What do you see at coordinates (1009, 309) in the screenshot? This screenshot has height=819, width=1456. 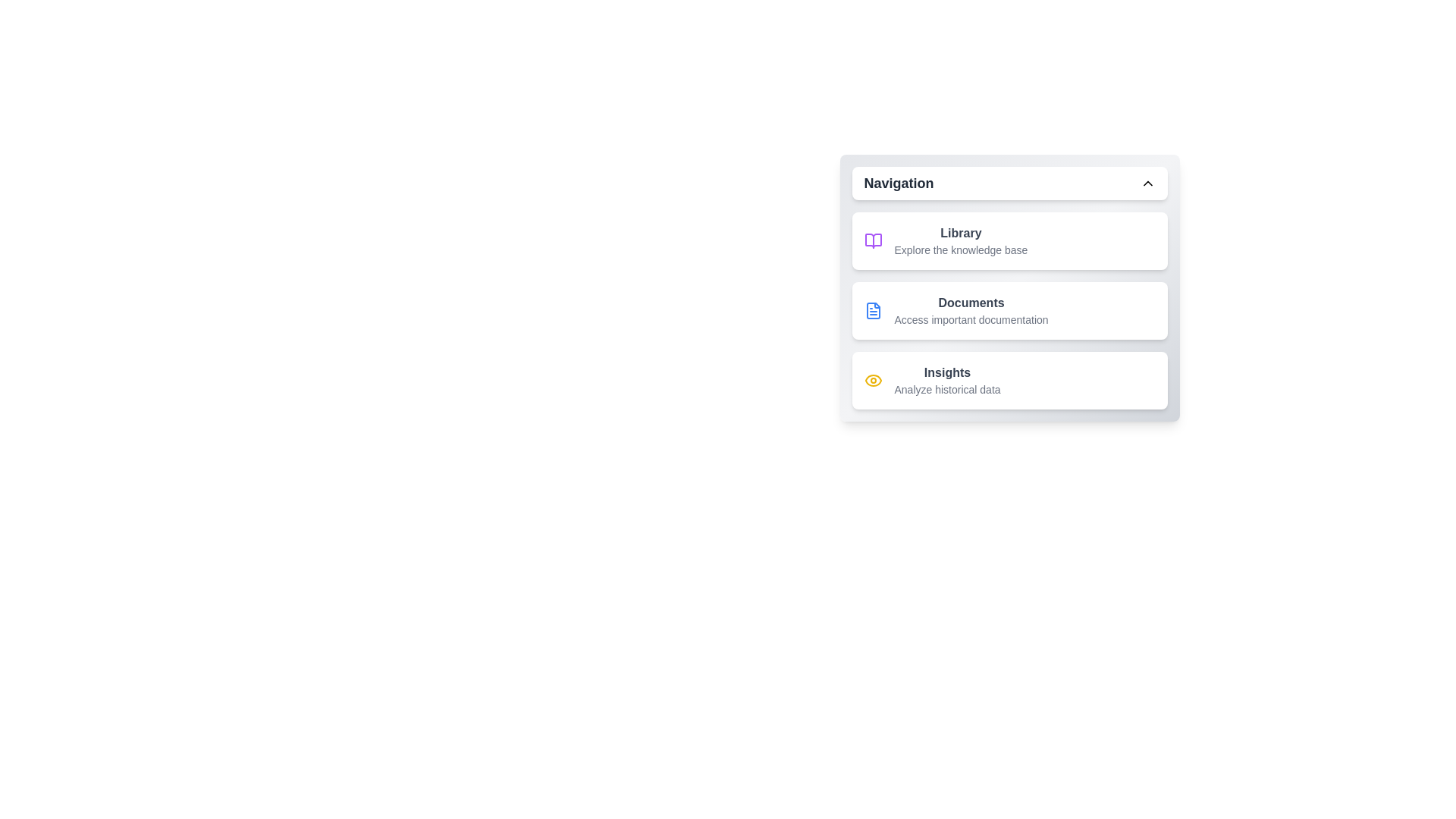 I see `the menu item labeled 'Documents' to observe the hover effect` at bounding box center [1009, 309].